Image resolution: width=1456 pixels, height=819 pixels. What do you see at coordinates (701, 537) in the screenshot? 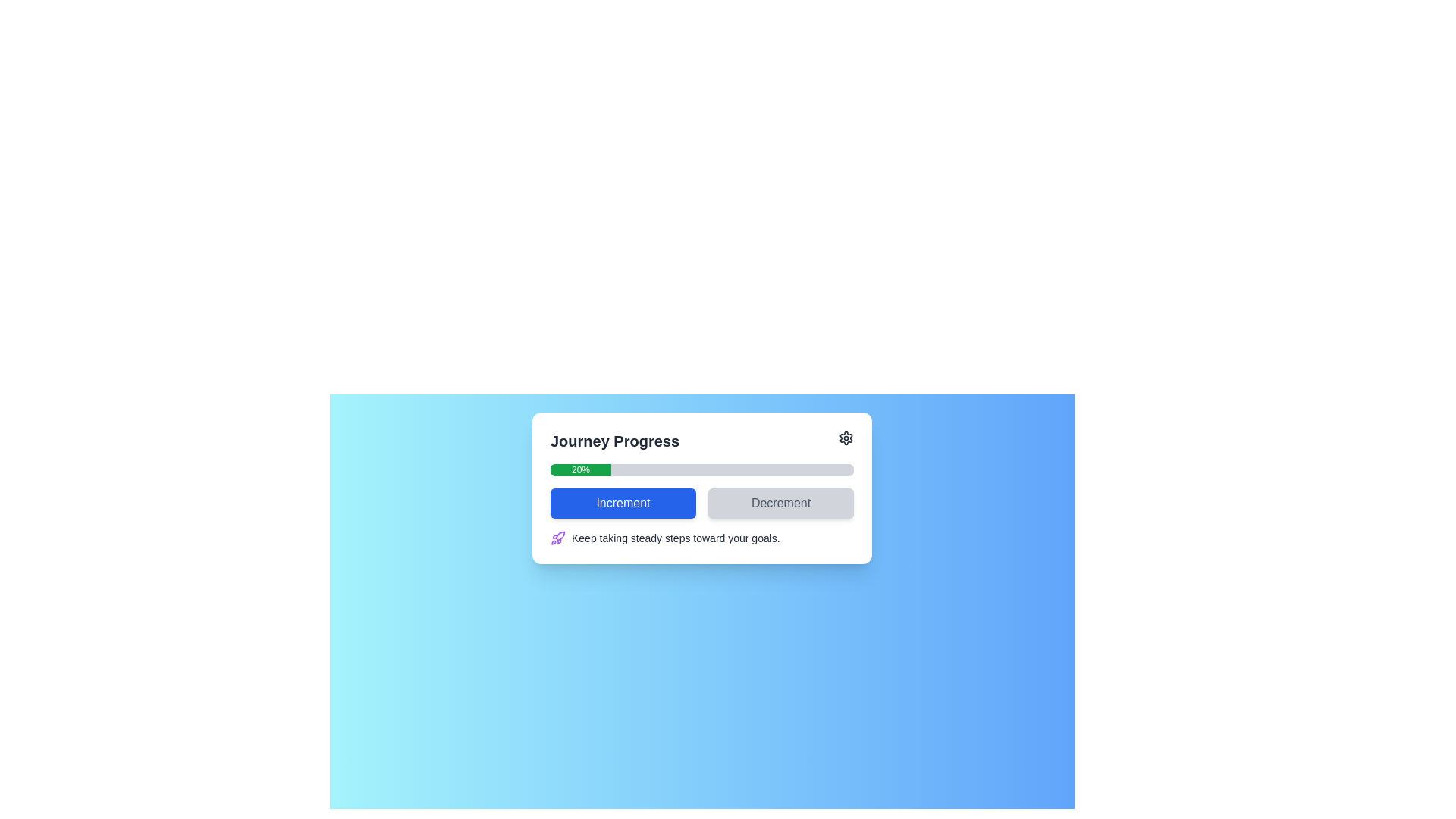
I see `the Text Label with Icon that displays the message 'Keep taking steady steps toward your goals.' and features a purple rocket icon` at bounding box center [701, 537].